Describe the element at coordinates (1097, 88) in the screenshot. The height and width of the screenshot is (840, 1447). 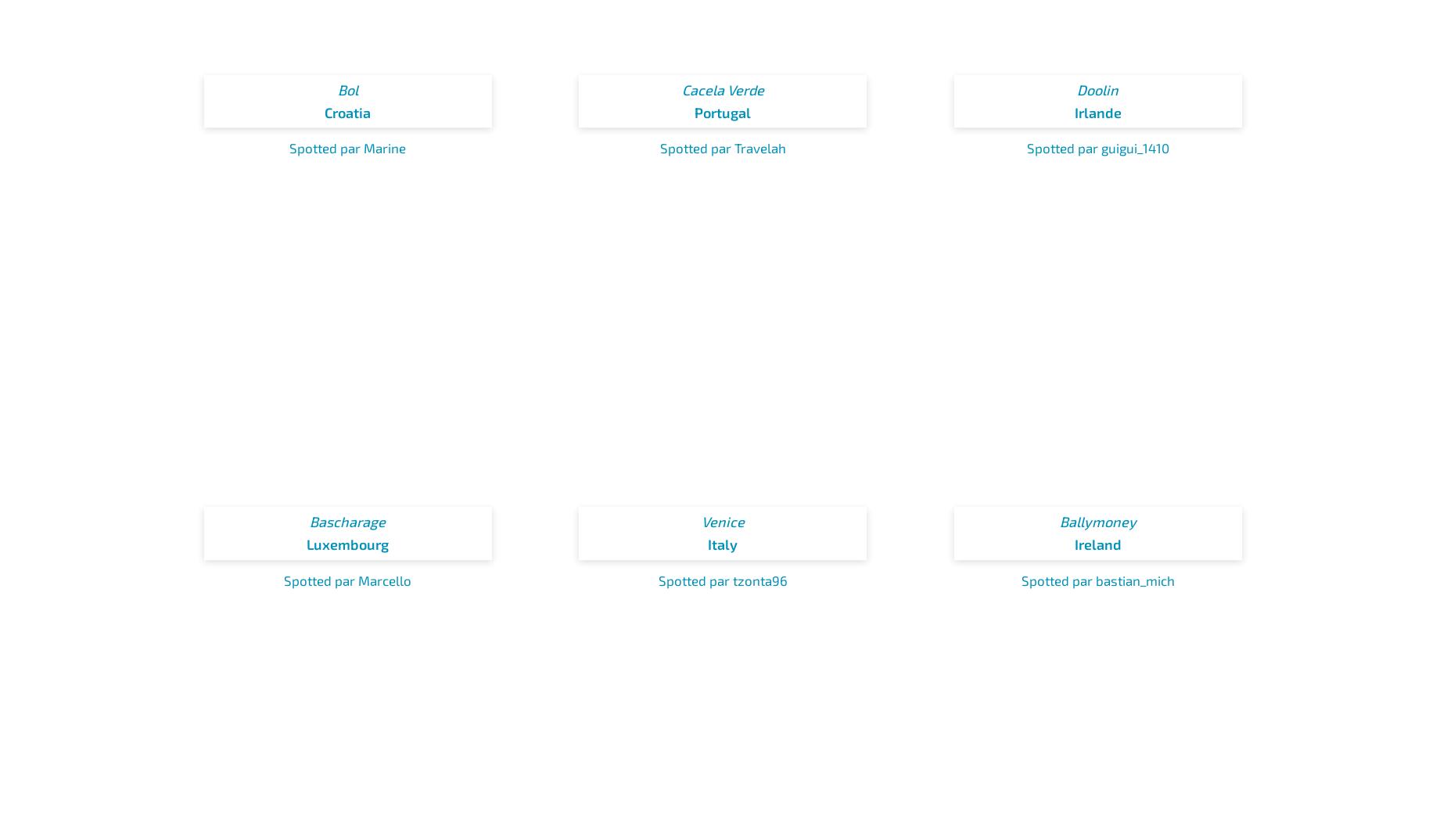
I see `'Doolin'` at that location.